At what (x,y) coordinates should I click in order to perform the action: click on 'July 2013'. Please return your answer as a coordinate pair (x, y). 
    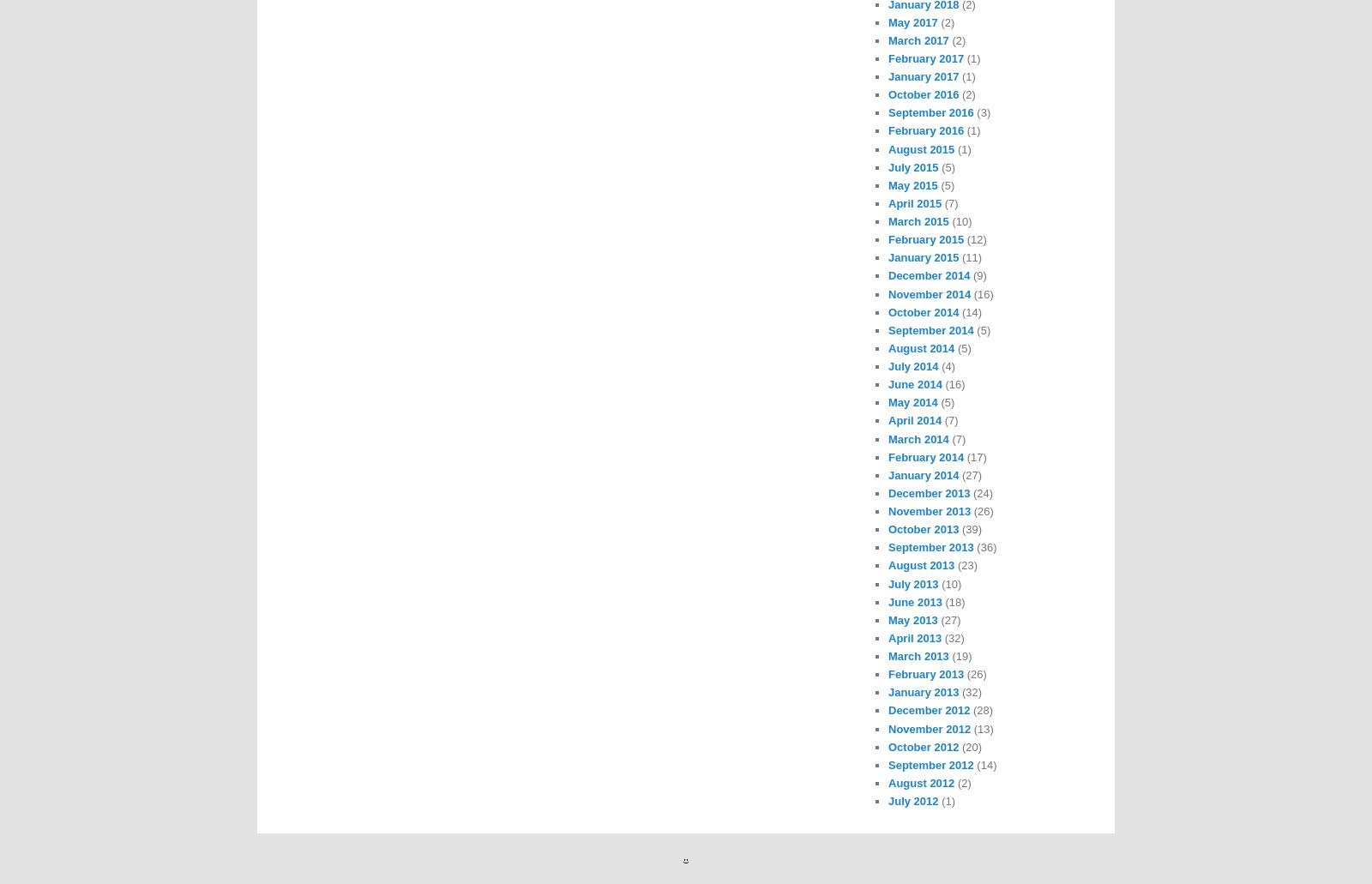
    Looking at the image, I should click on (912, 583).